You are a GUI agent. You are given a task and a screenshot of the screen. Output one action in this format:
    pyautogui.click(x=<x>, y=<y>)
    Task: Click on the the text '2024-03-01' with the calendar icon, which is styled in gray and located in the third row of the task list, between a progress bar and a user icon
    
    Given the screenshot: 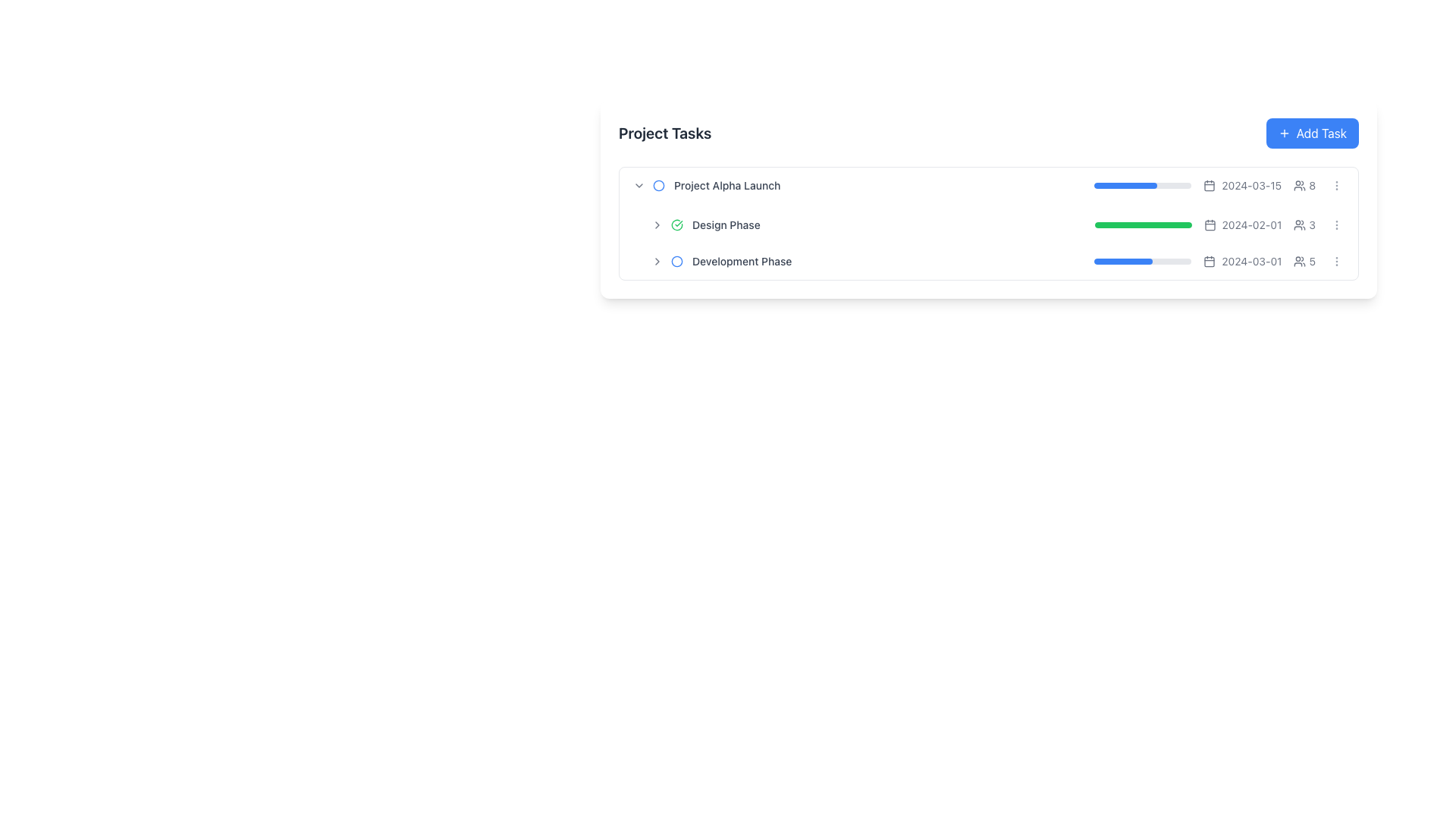 What is the action you would take?
    pyautogui.click(x=1242, y=260)
    